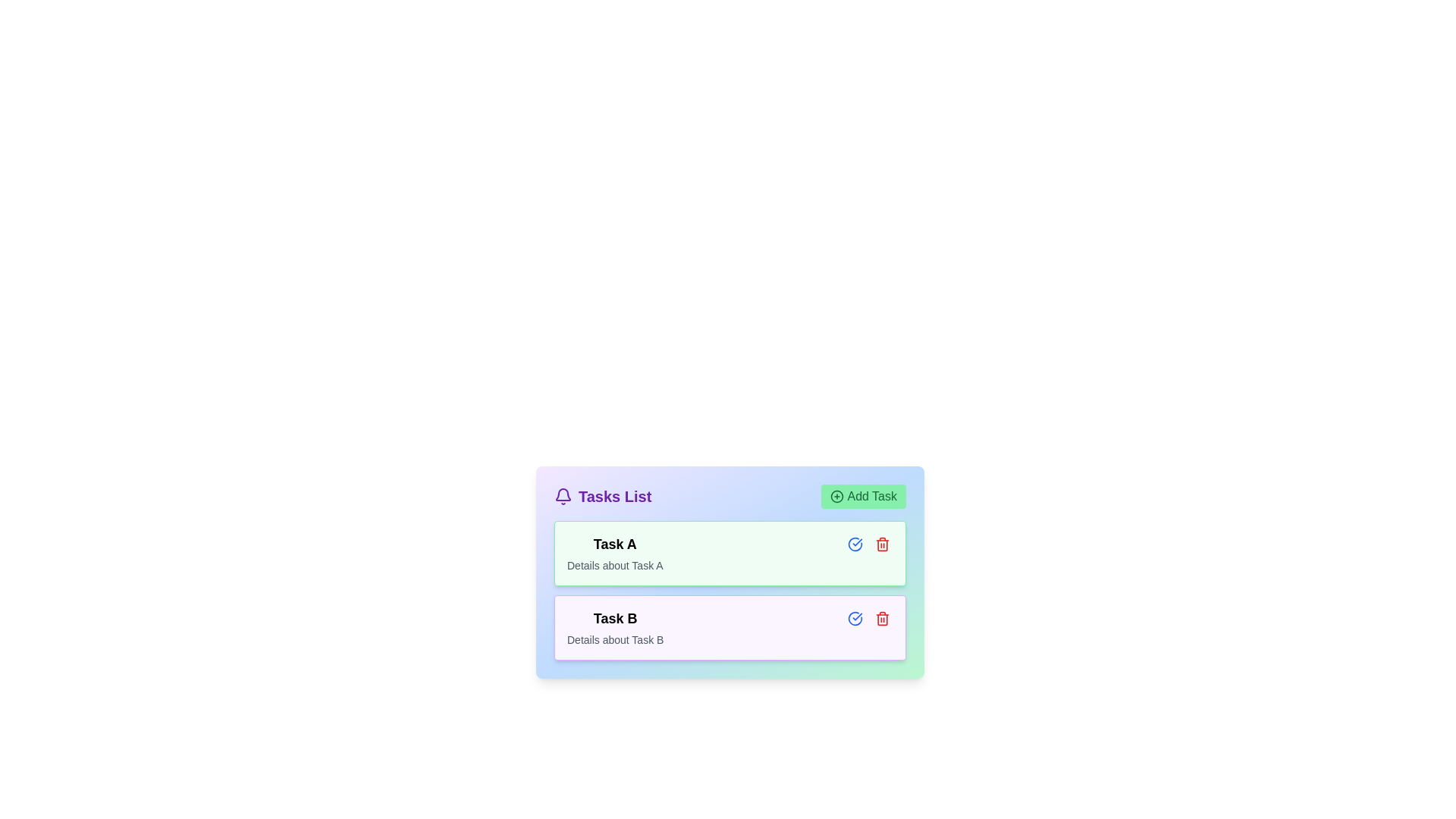 This screenshot has width=1456, height=819. Describe the element at coordinates (882, 619) in the screenshot. I see `the red trash can icon button associated with 'Task B'` at that location.